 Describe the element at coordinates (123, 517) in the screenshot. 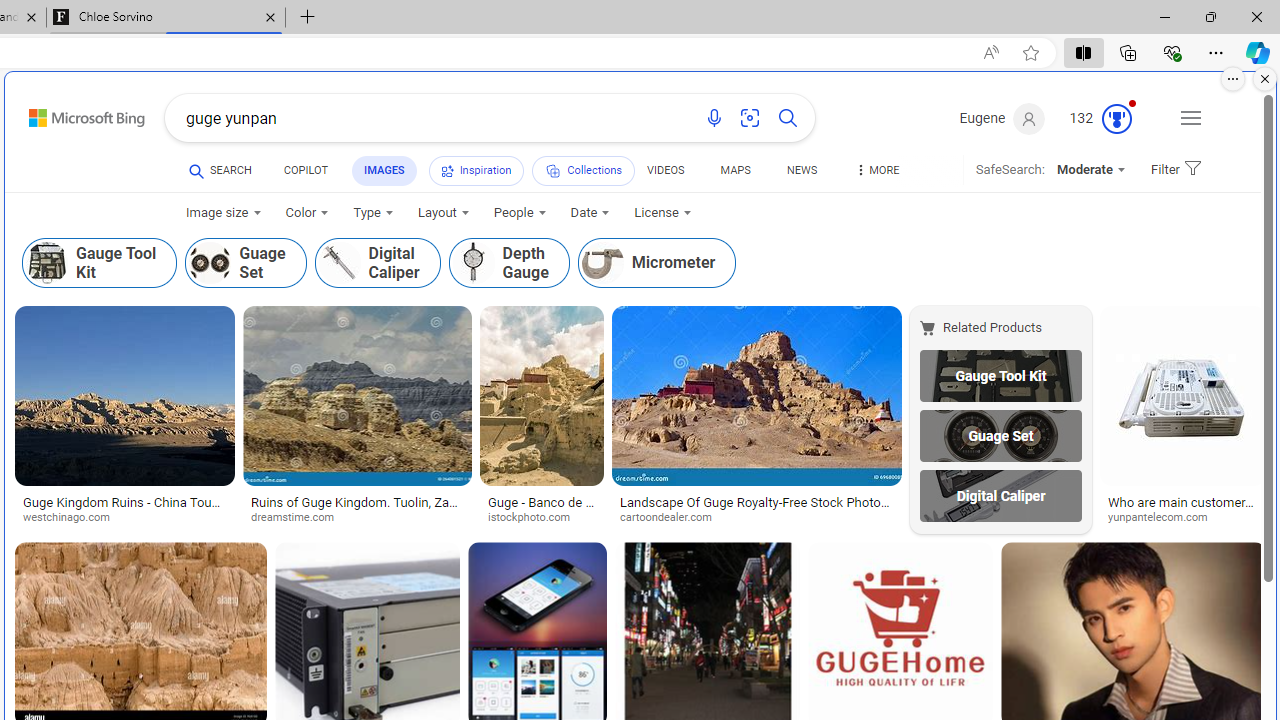

I see `'westchinago.com'` at that location.